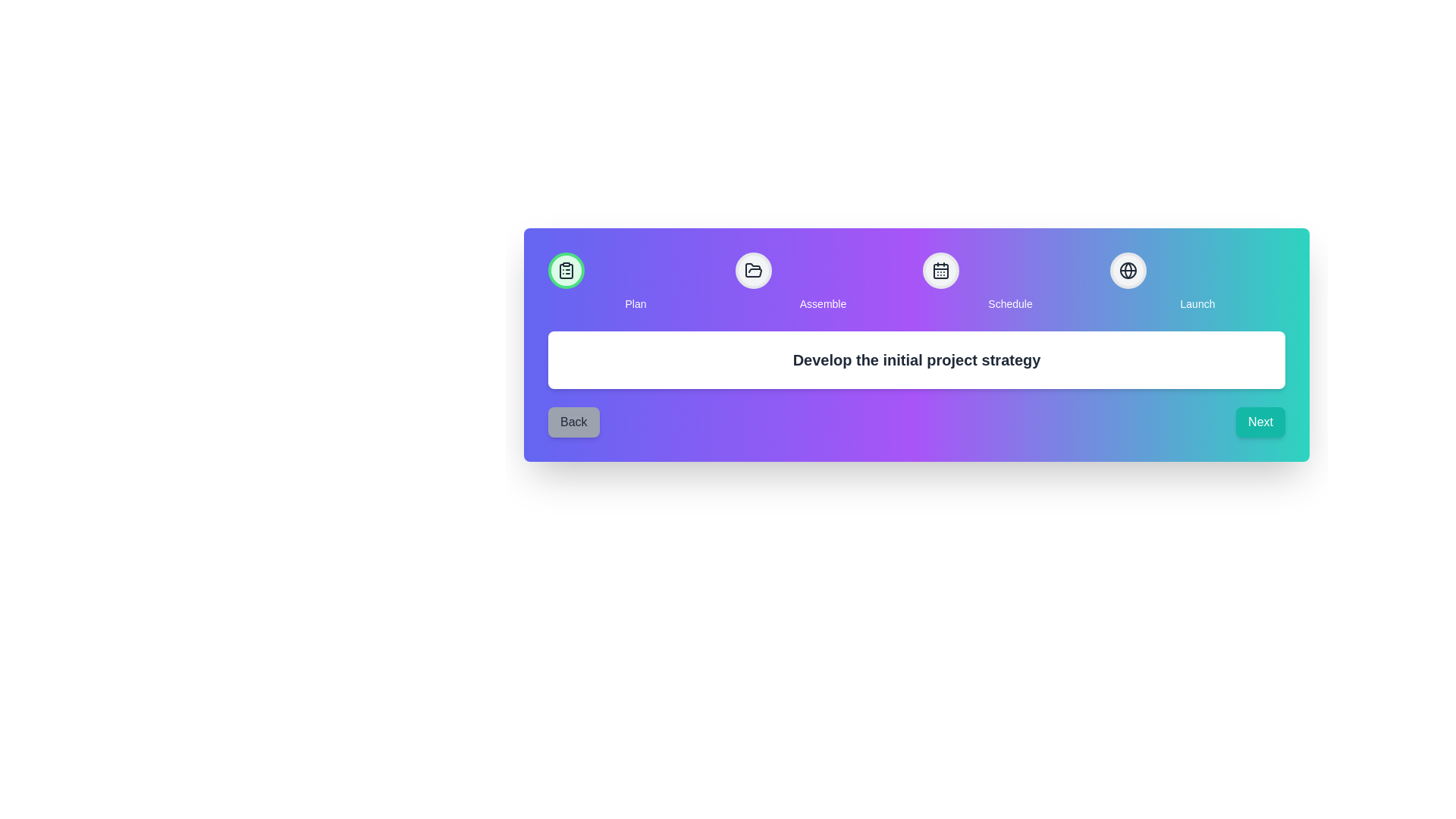  Describe the element at coordinates (1128, 270) in the screenshot. I see `the step Launch to interact with it` at that location.